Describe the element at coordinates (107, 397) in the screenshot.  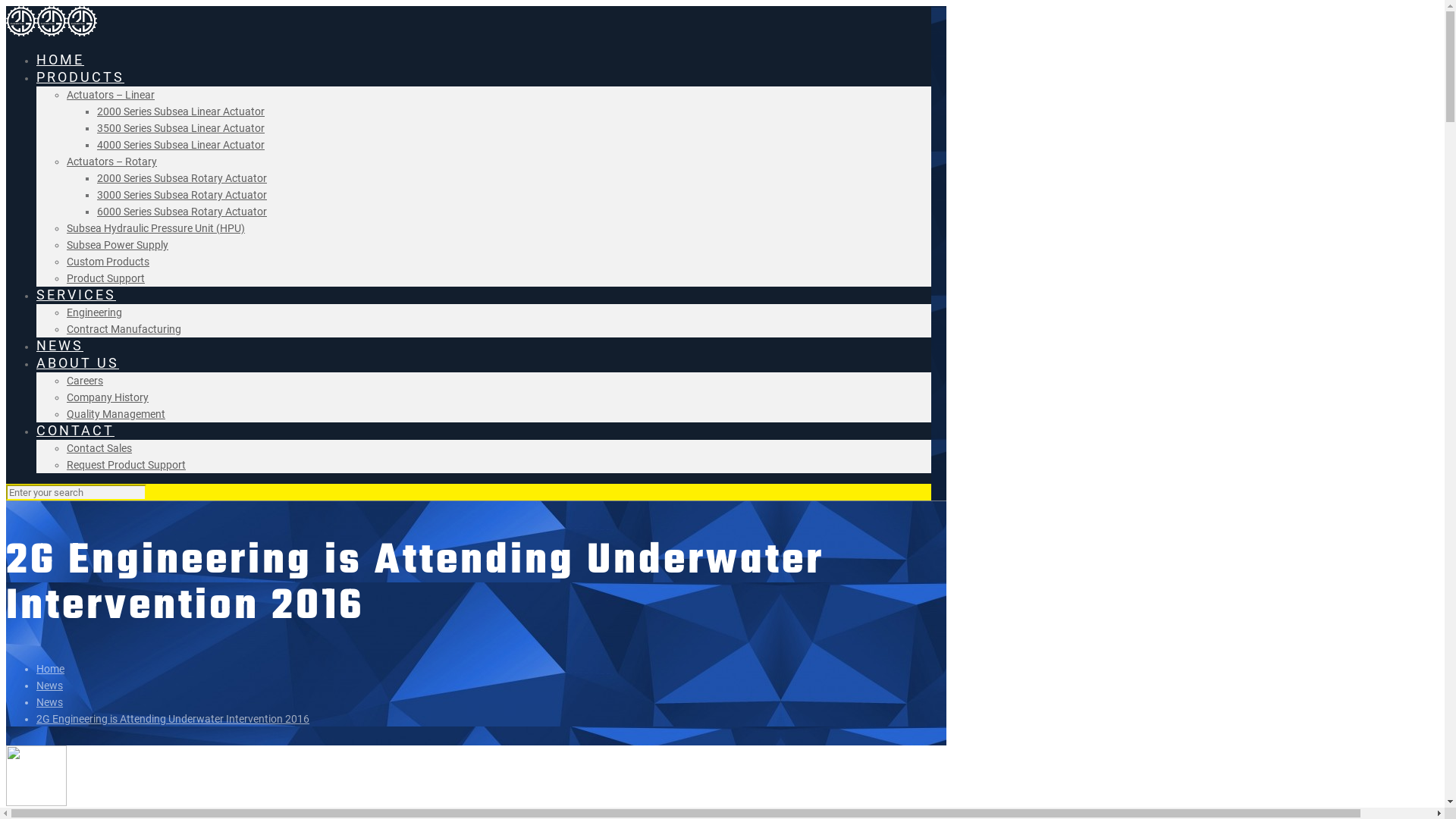
I see `'Company History'` at that location.